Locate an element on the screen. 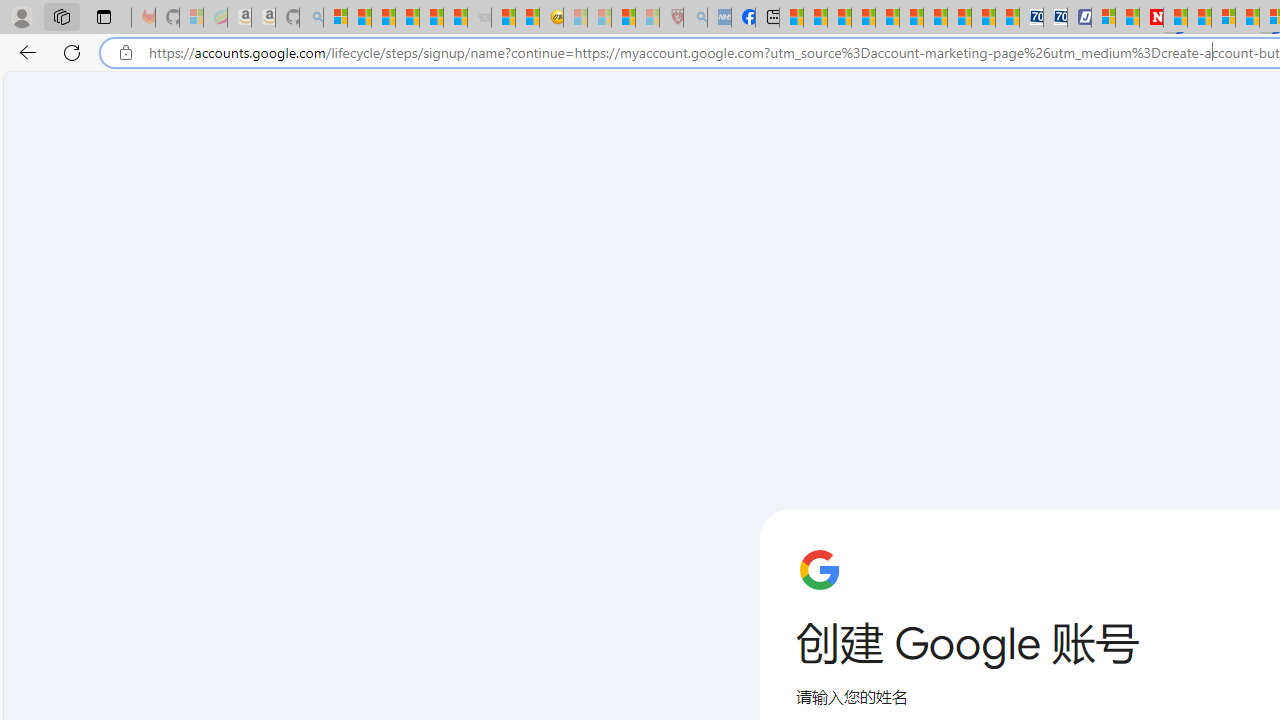 This screenshot has width=1280, height=720. 'Cheap Car Rentals - Save70.com' is located at coordinates (1031, 17).